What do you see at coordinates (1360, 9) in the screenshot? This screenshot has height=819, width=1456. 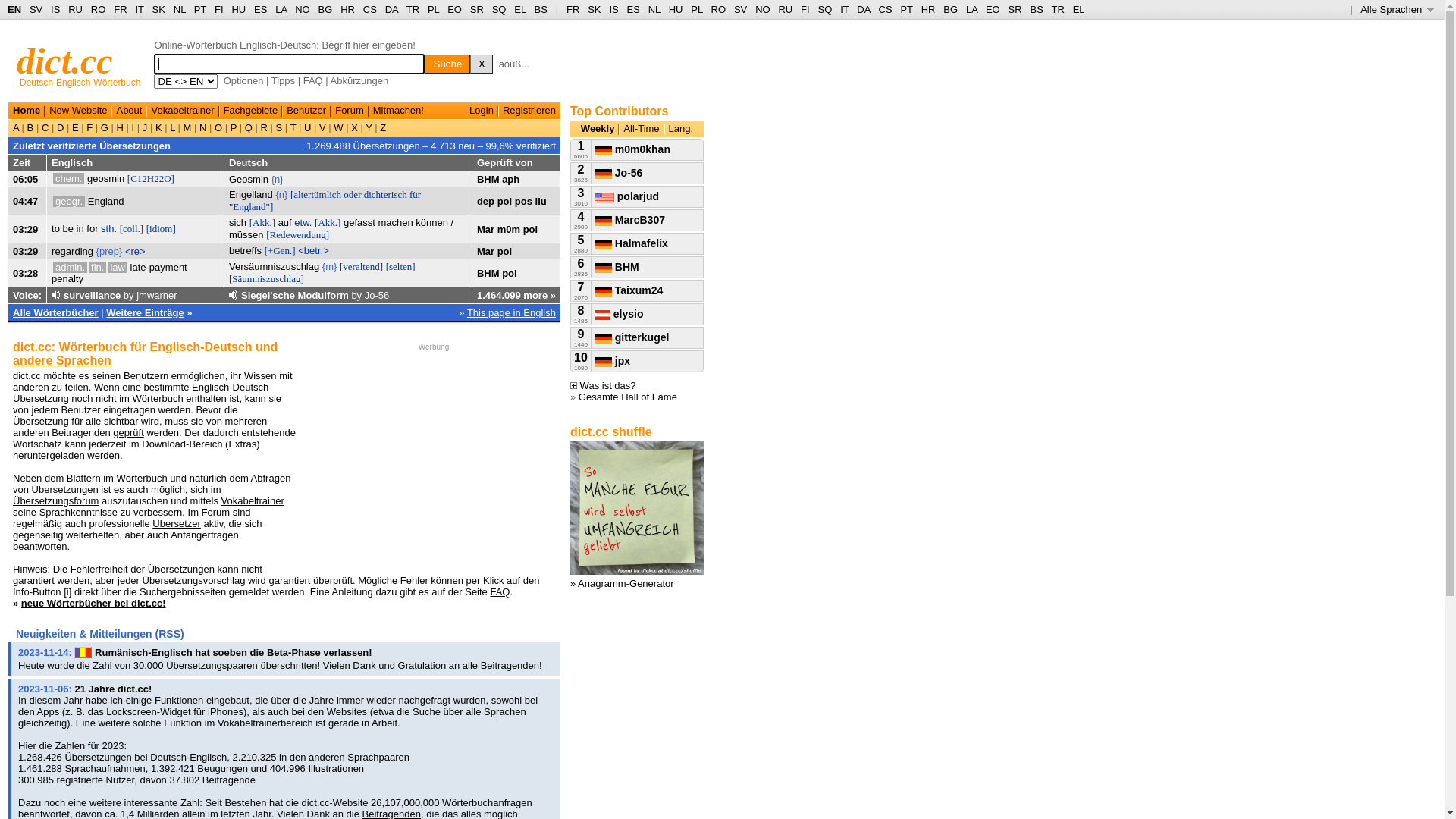 I see `'Alle Sprachen '` at bounding box center [1360, 9].